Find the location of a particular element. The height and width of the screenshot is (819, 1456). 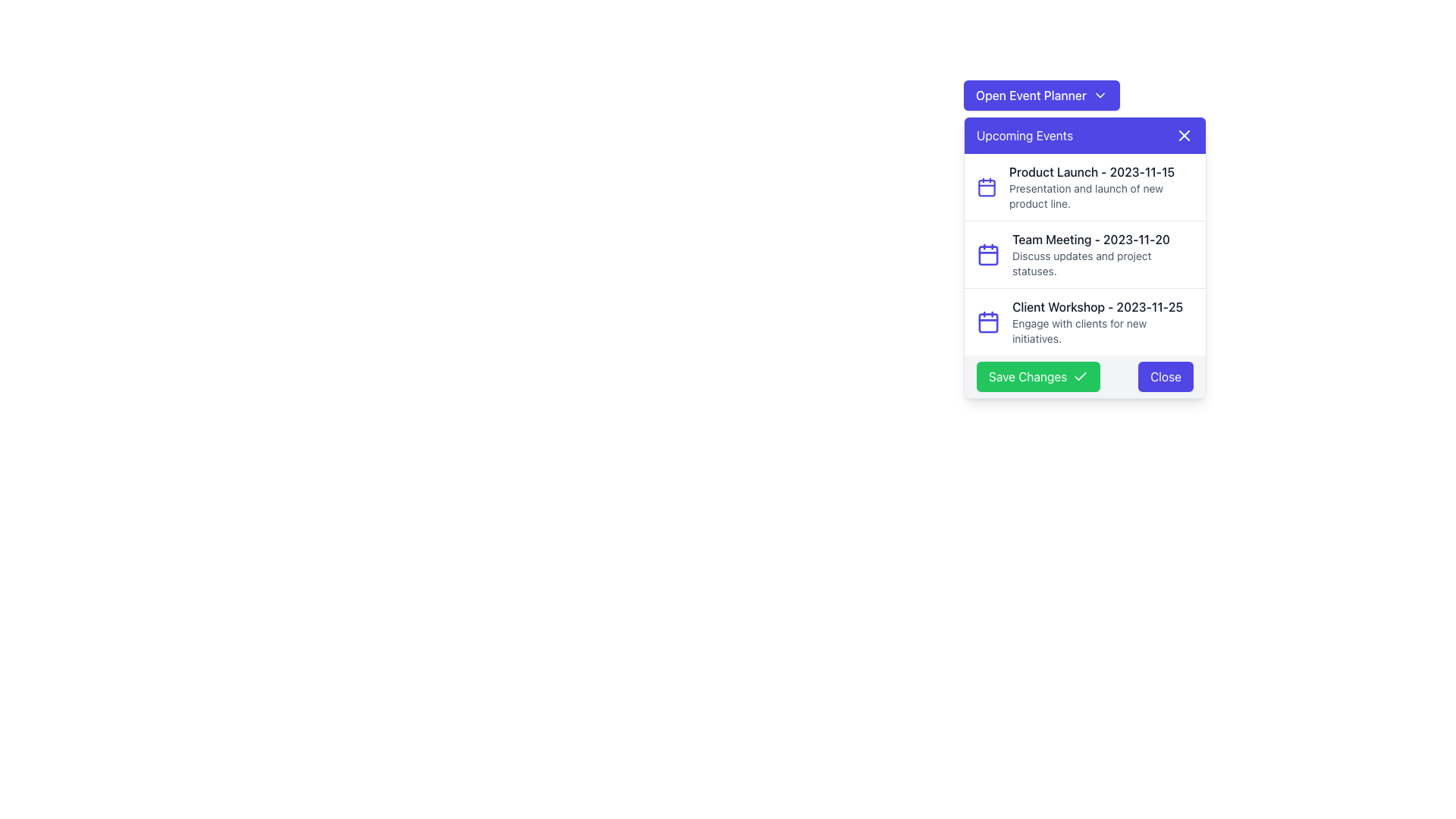

the Text Label that reads 'Presentation and launch of new product line.' located below the title 'Product Launch - 2023-11-15' in the 'Upcoming Events' section is located at coordinates (1101, 195).